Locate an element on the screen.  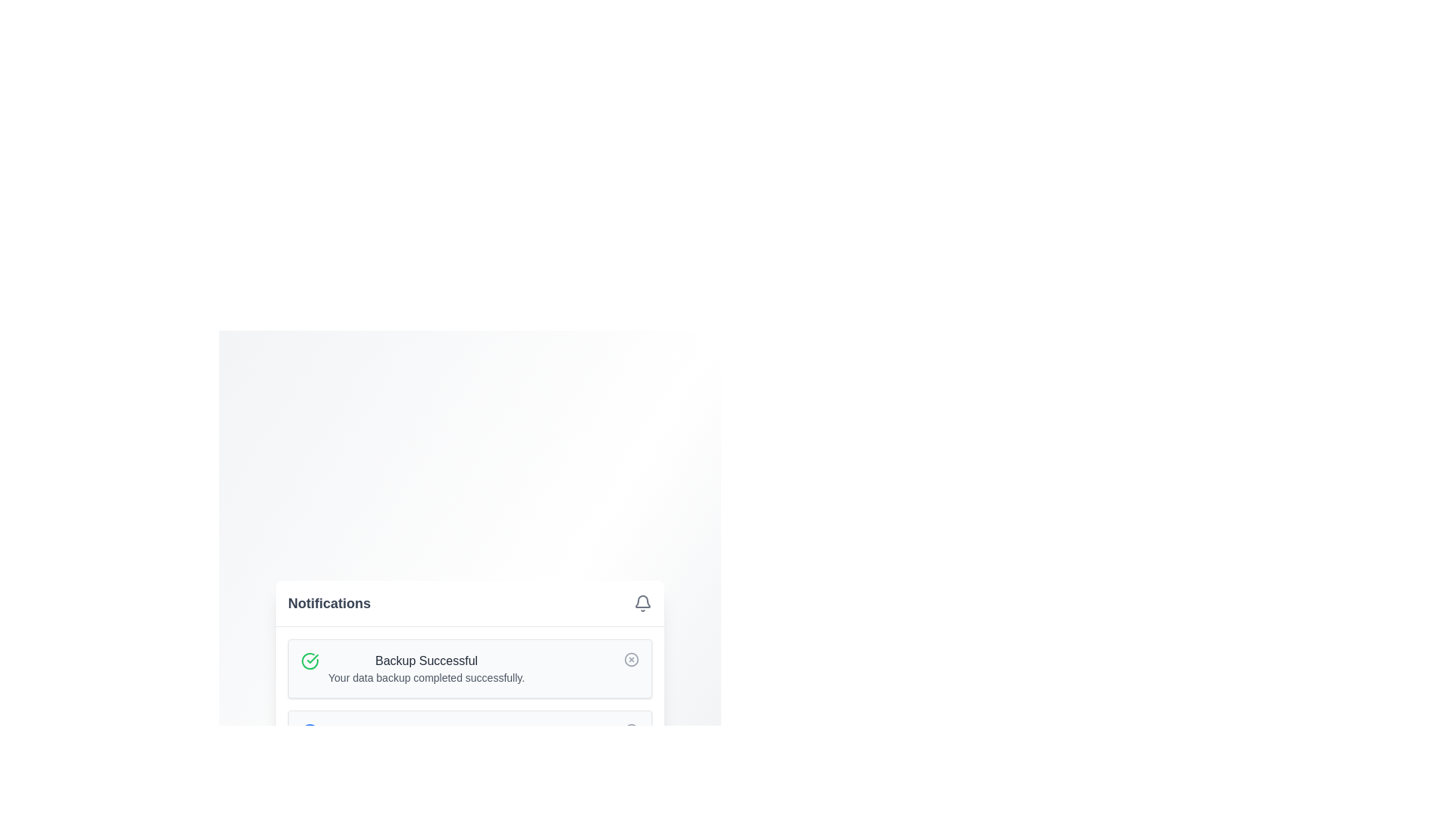
the notification bell icon located at the top-right corner of the 'Notifications' section, which has a gray outline and rounded edges is located at coordinates (643, 602).